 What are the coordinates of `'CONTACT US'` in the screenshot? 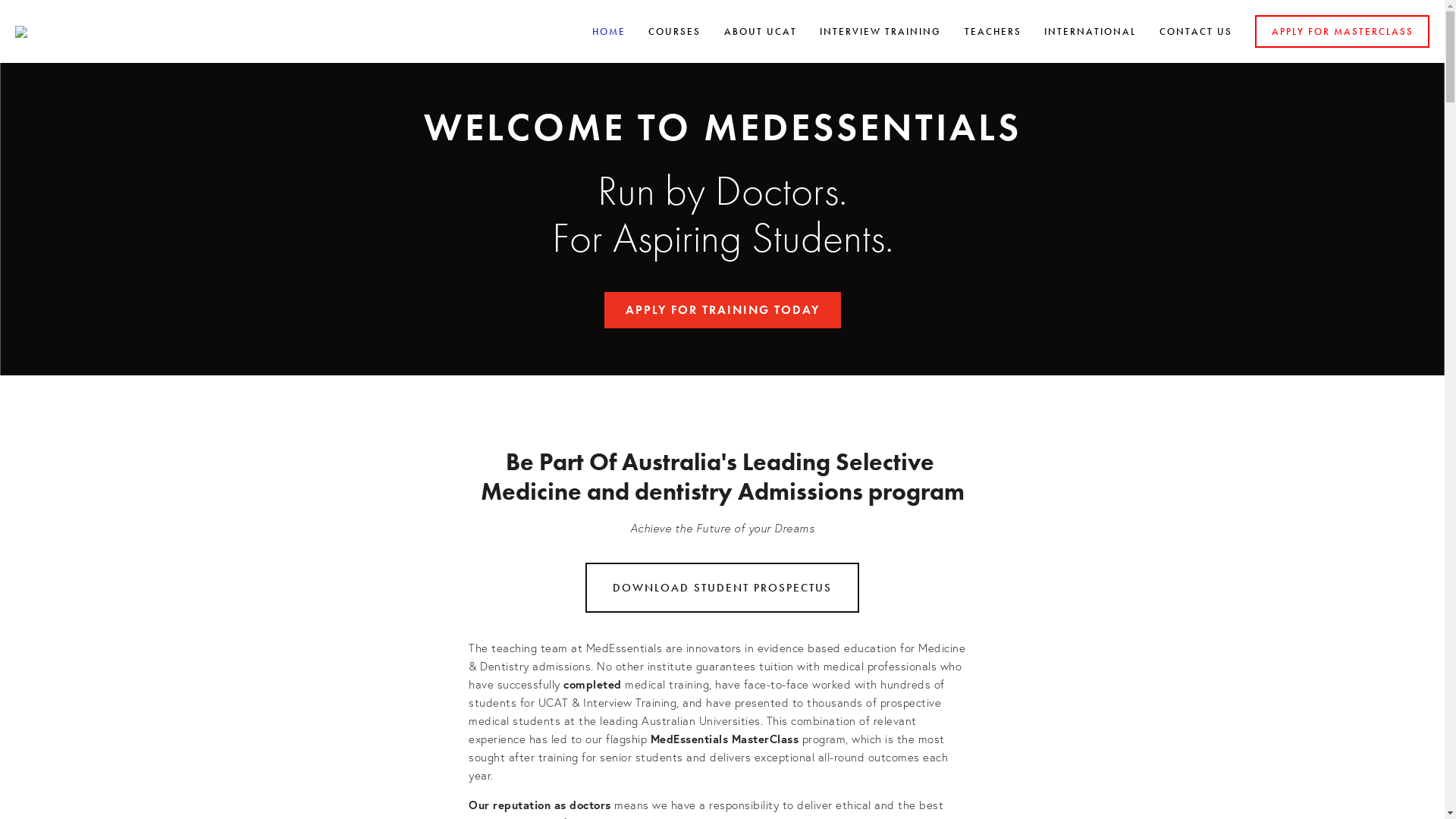 It's located at (1150, 31).